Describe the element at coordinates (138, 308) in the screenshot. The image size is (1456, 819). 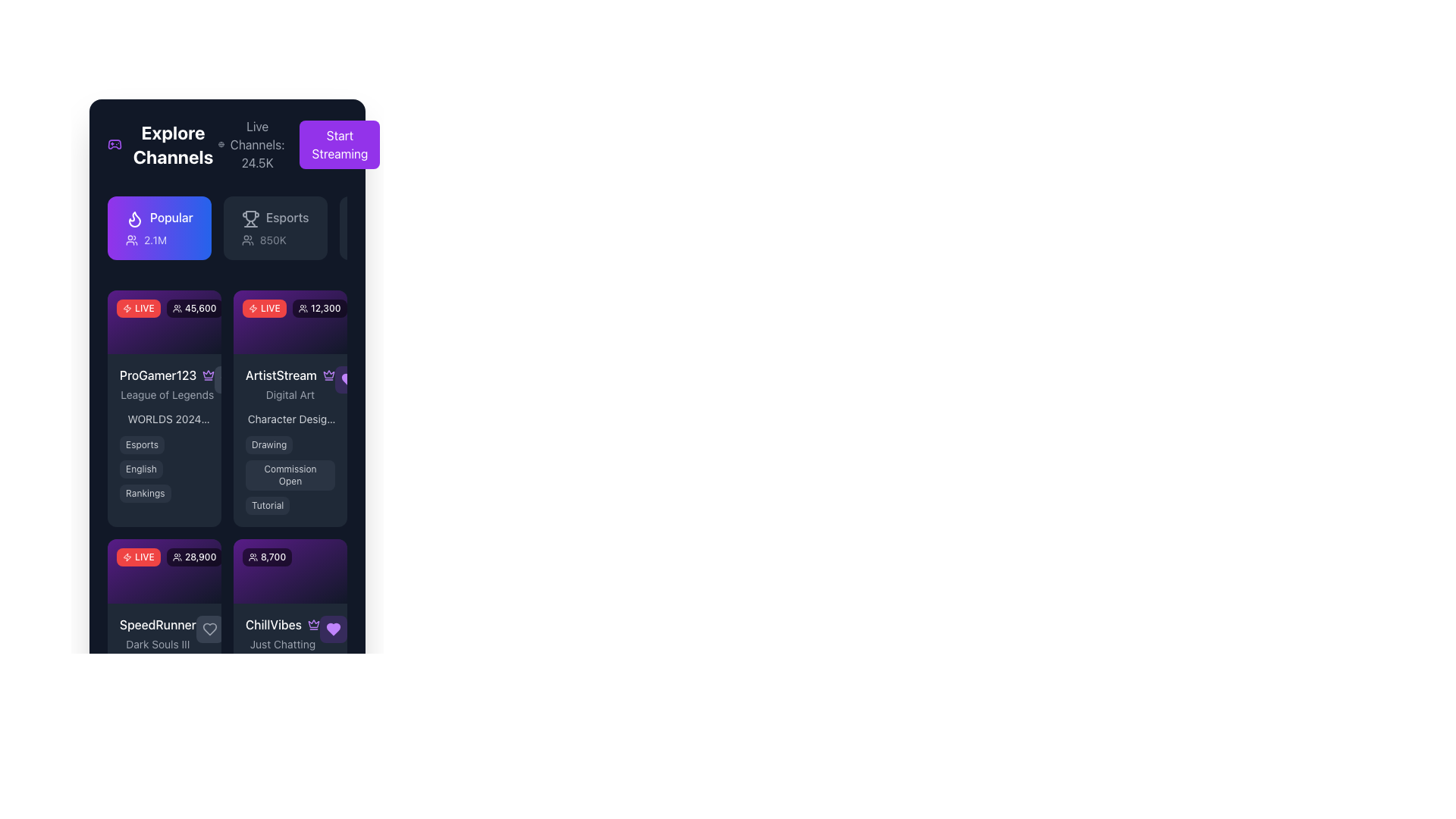
I see `the live indicator label located at the top-left corner of the first content card in the grid under the 'Popular' tab` at that location.